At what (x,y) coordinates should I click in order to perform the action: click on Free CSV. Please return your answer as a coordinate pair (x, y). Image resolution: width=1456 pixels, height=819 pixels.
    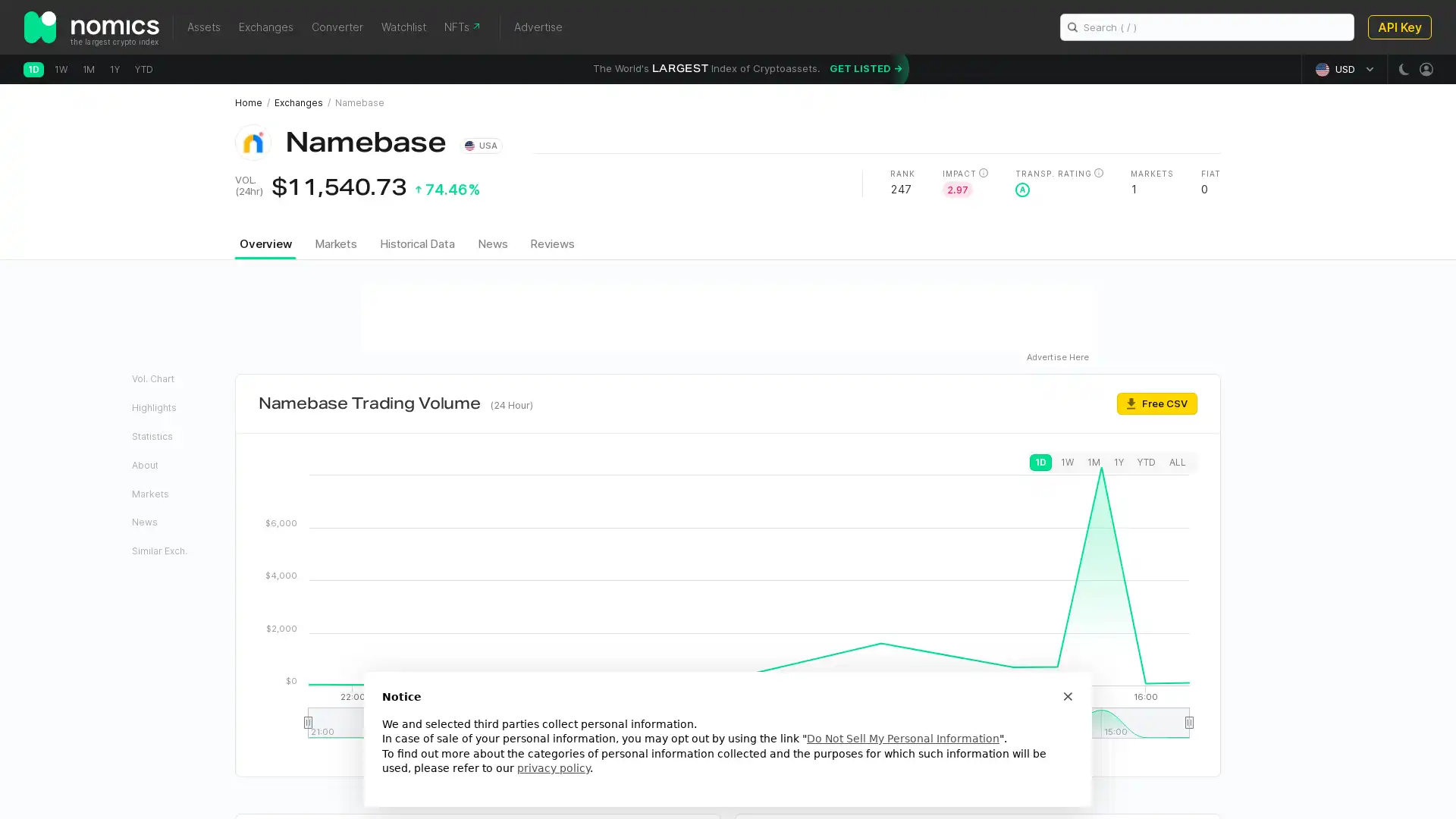
    Looking at the image, I should click on (1156, 402).